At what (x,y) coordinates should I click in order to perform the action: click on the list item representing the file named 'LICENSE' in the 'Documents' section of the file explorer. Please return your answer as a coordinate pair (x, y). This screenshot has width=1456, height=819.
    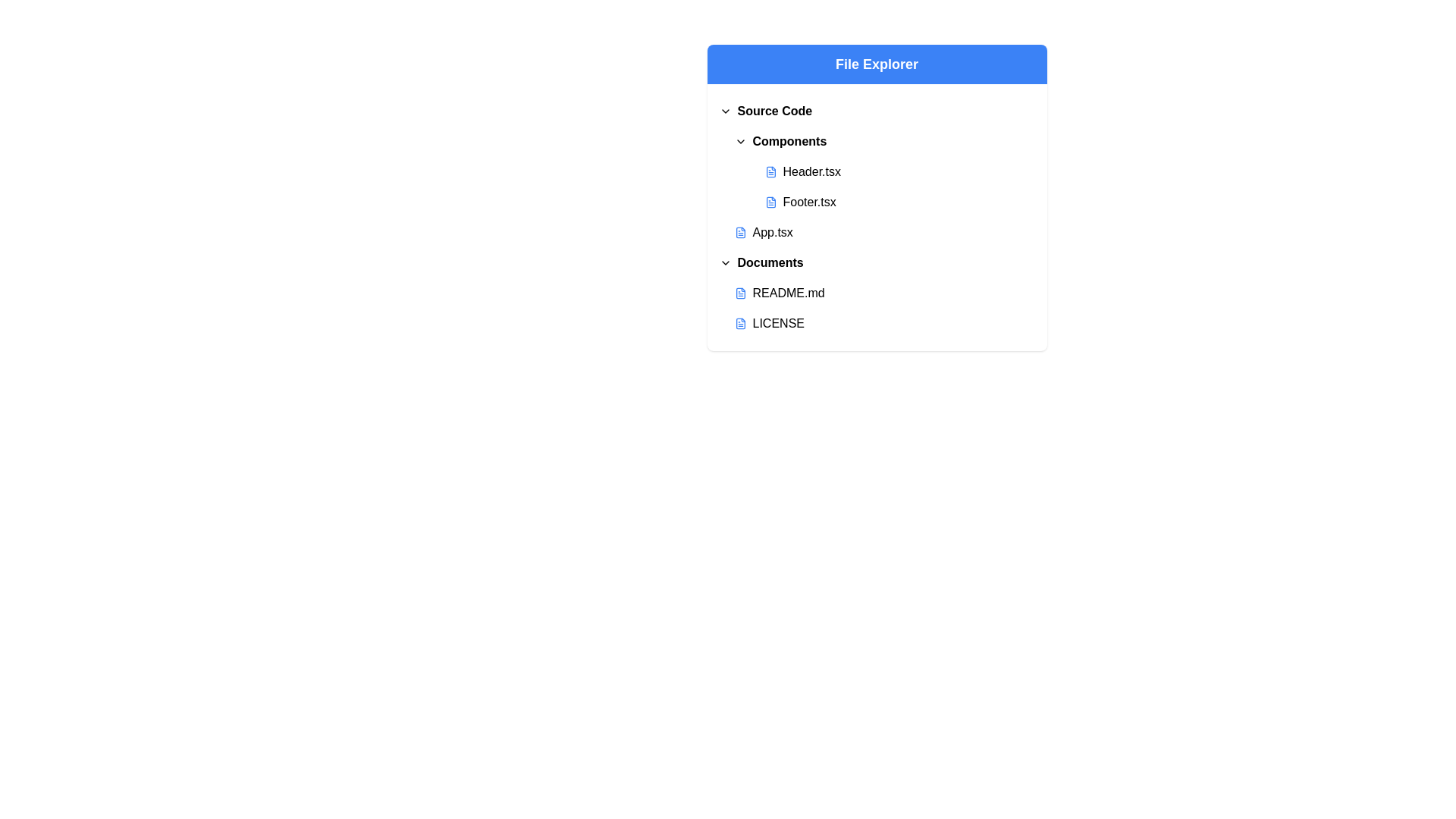
    Looking at the image, I should click on (877, 323).